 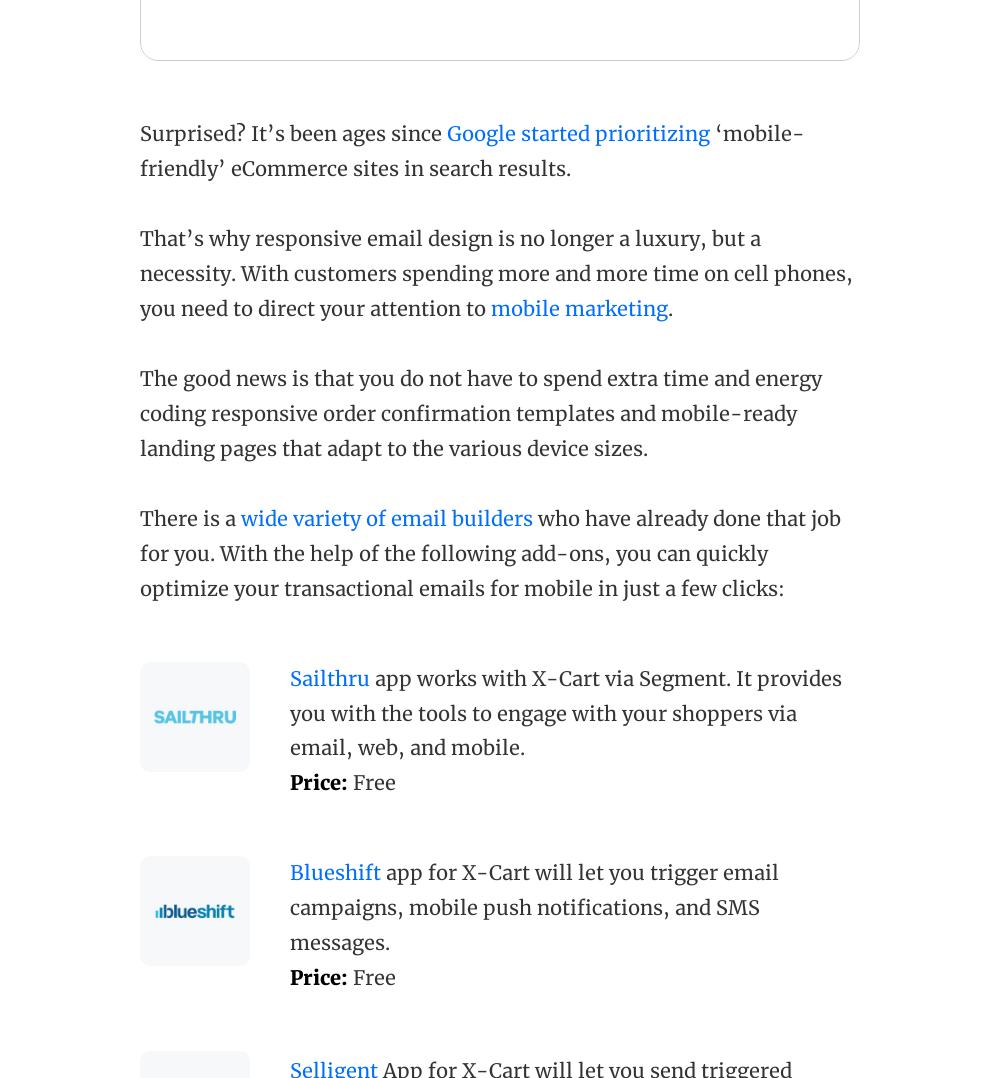 I want to click on 'app works with X-Cart via Segment. It provides you with the tools to engage with your shoppers via email, web, and mobile.', so click(x=565, y=711).